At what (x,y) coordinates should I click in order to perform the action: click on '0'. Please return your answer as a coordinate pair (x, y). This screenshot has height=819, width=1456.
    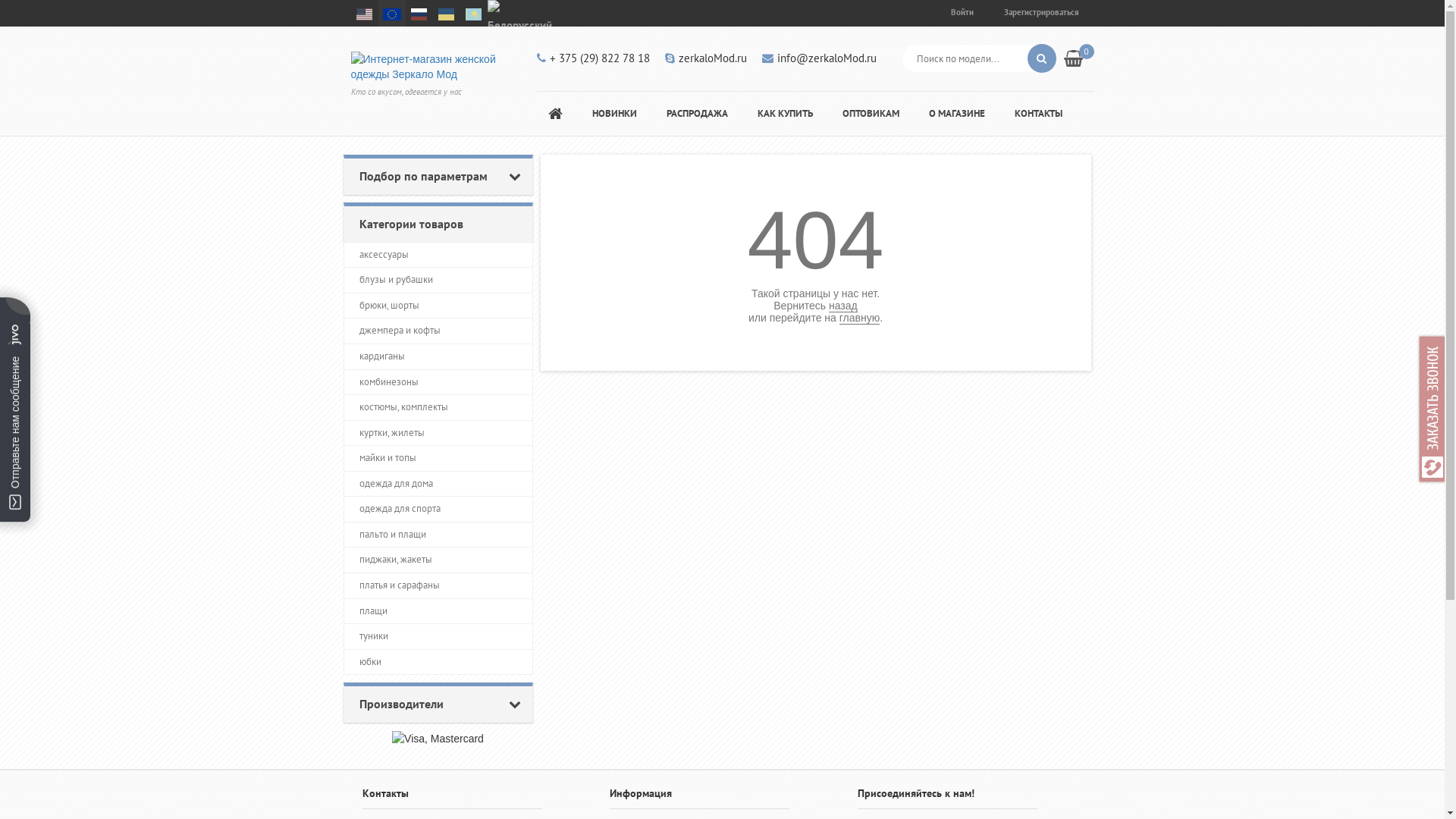
    Looking at the image, I should click on (1062, 56).